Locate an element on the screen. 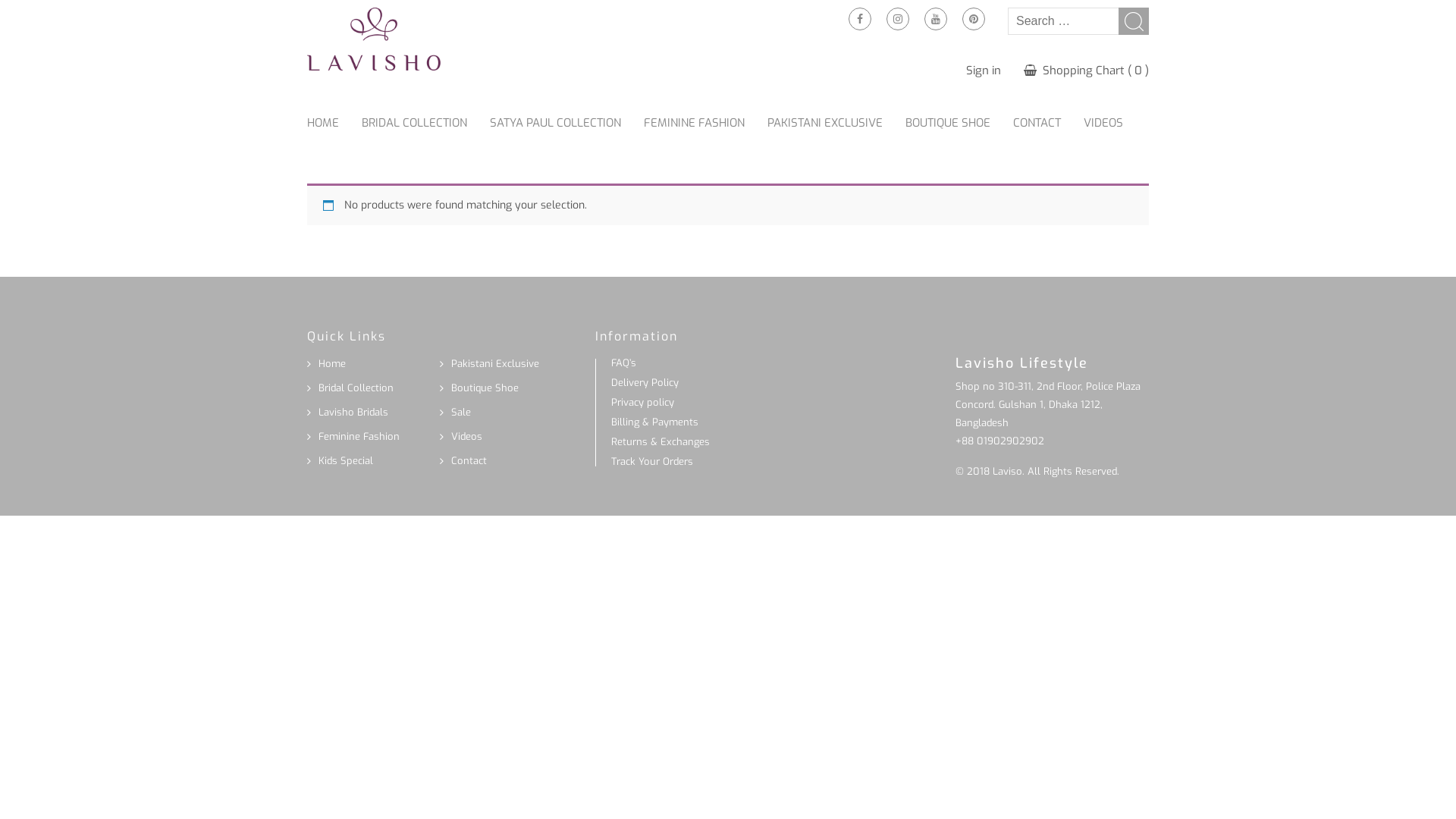 The image size is (1456, 819). 'BOUTIQUE SHOE' is located at coordinates (959, 122).